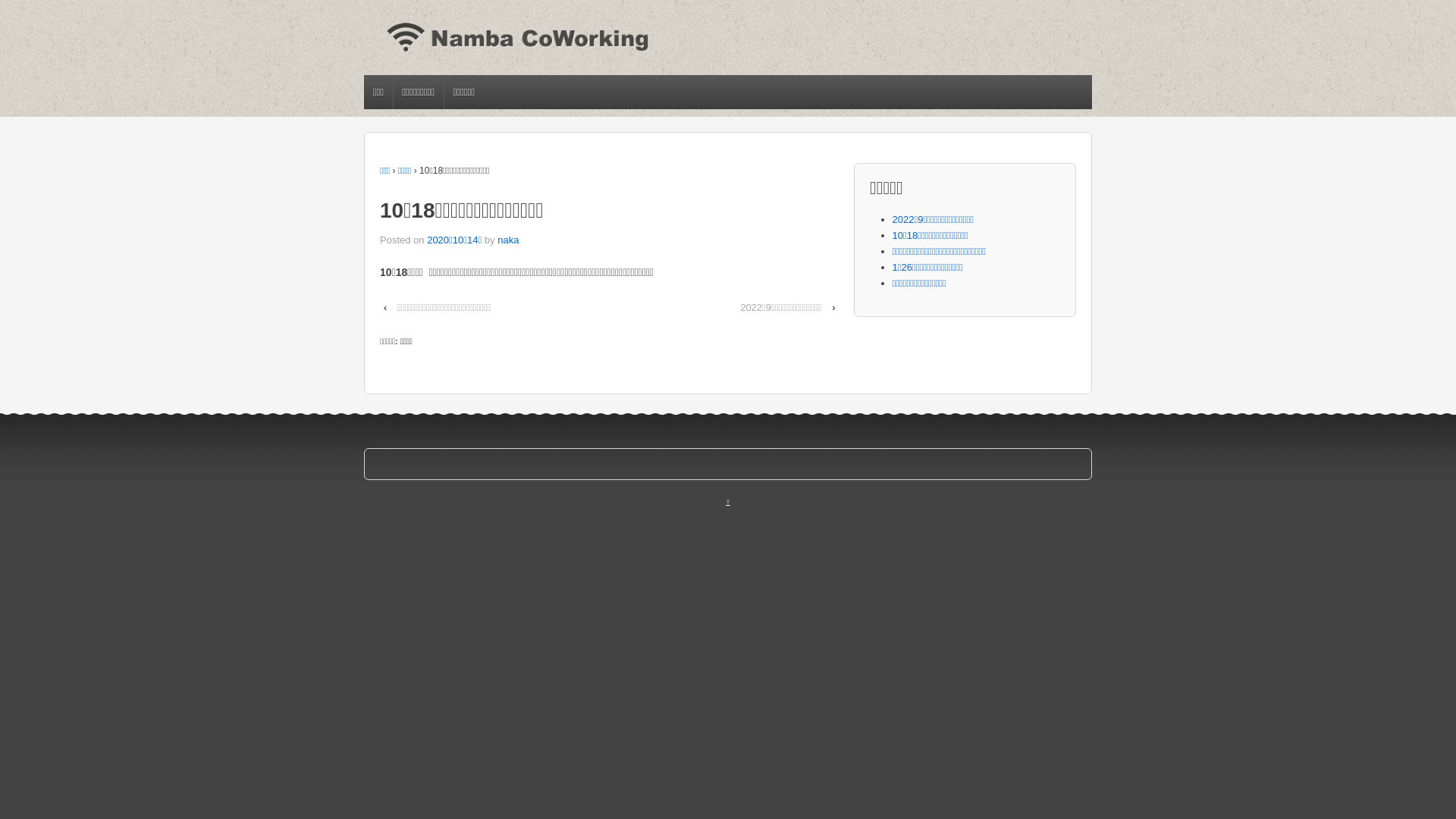 This screenshot has width=1456, height=819. Describe the element at coordinates (508, 239) in the screenshot. I see `'naka'` at that location.